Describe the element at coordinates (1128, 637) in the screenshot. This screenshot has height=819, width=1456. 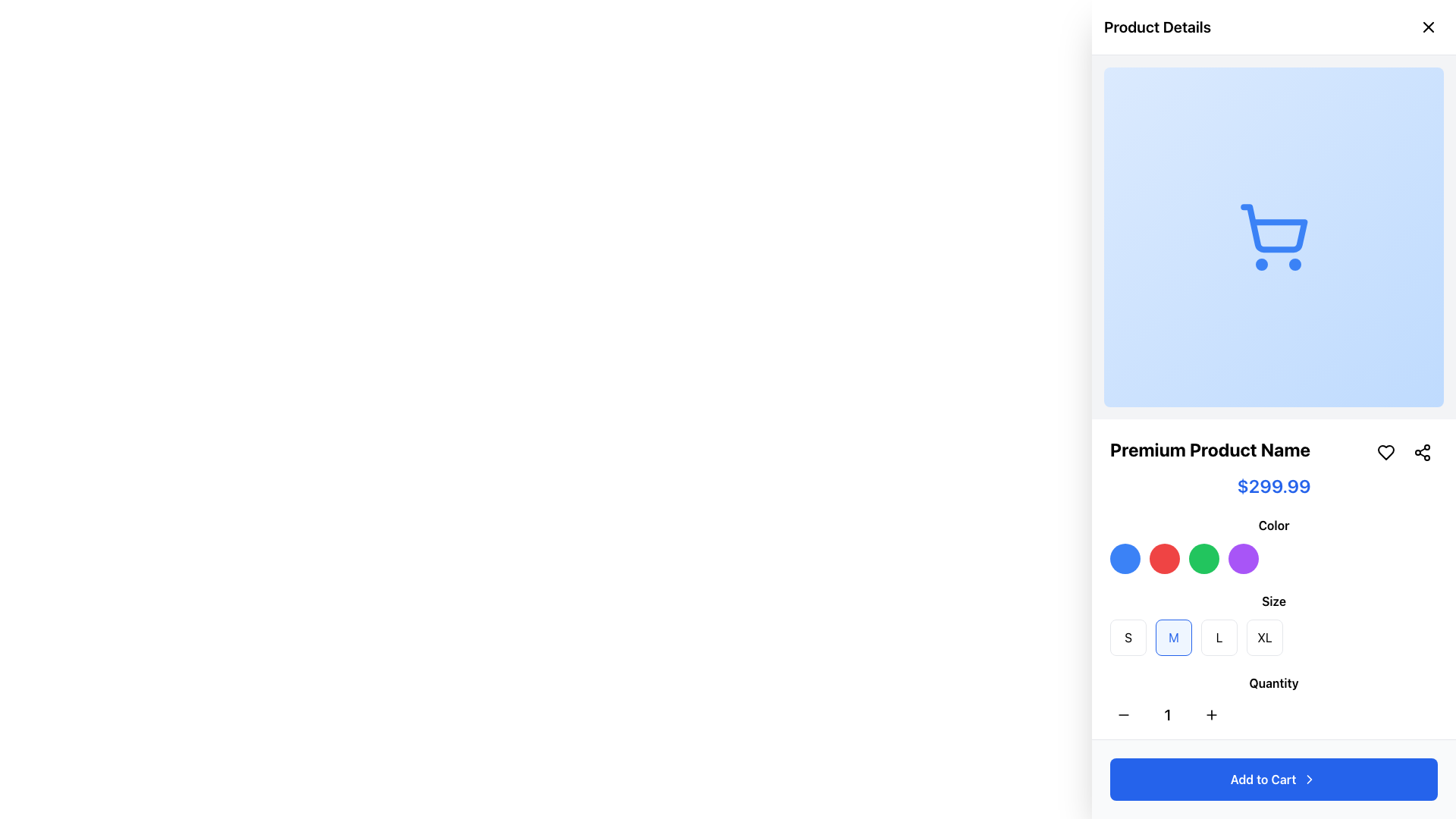
I see `keyboard navigation` at that location.